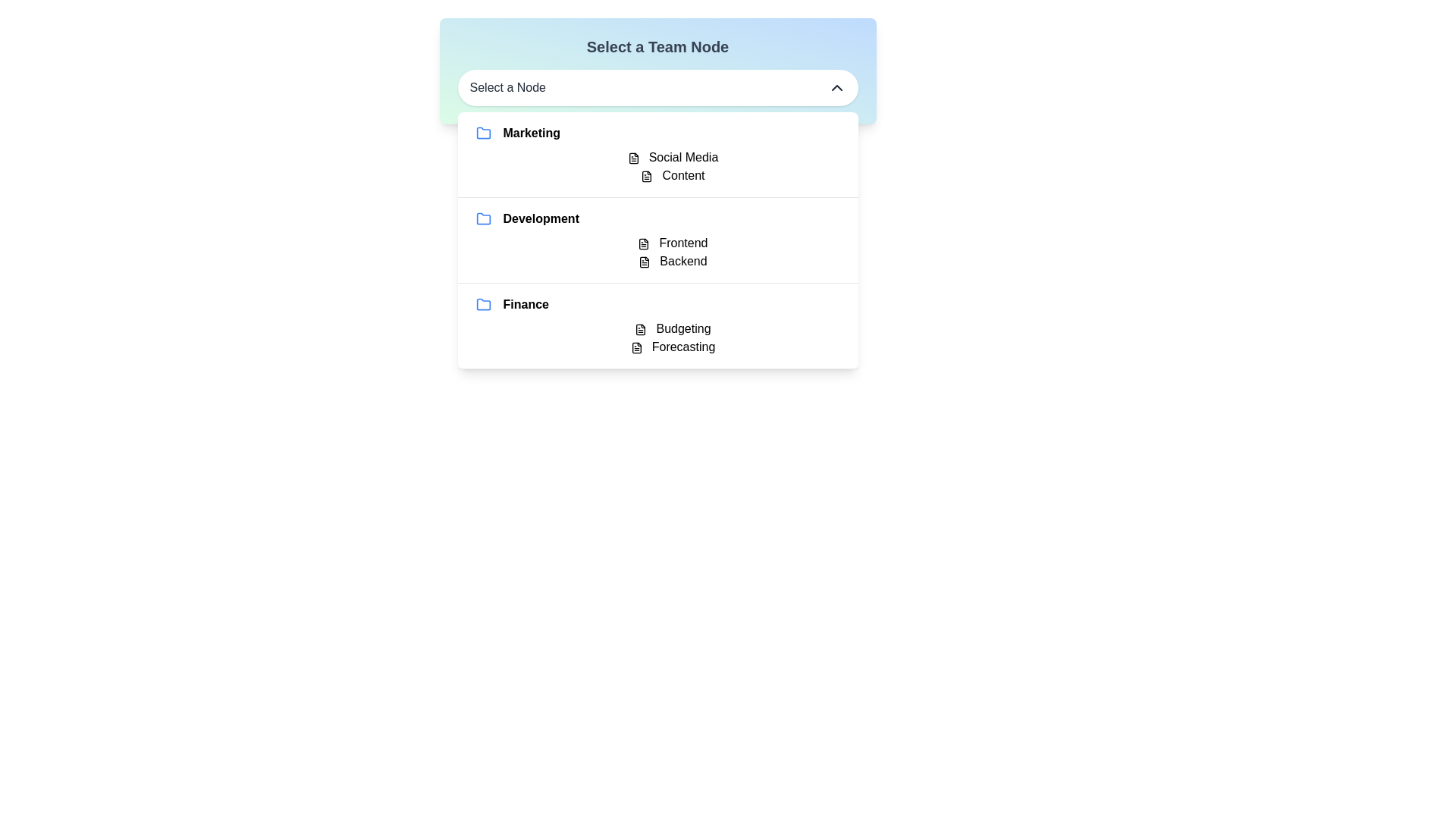 The width and height of the screenshot is (1456, 819). Describe the element at coordinates (526, 304) in the screenshot. I see `the text label element displaying 'Finance' in bold, which is the third main category under 'Marketing' and 'Development'` at that location.